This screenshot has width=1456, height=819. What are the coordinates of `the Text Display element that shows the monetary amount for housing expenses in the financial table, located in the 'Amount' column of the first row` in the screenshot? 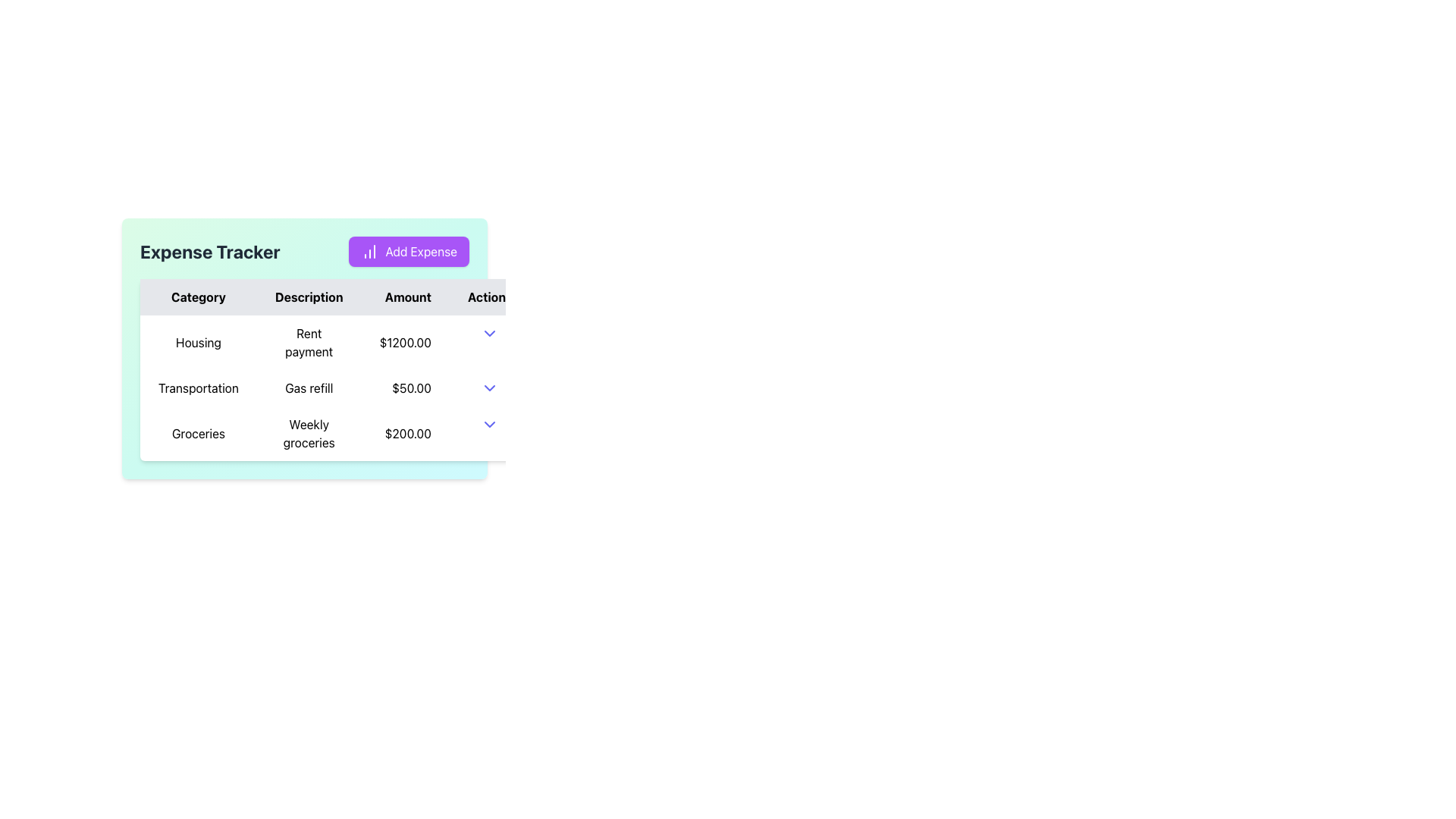 It's located at (405, 342).